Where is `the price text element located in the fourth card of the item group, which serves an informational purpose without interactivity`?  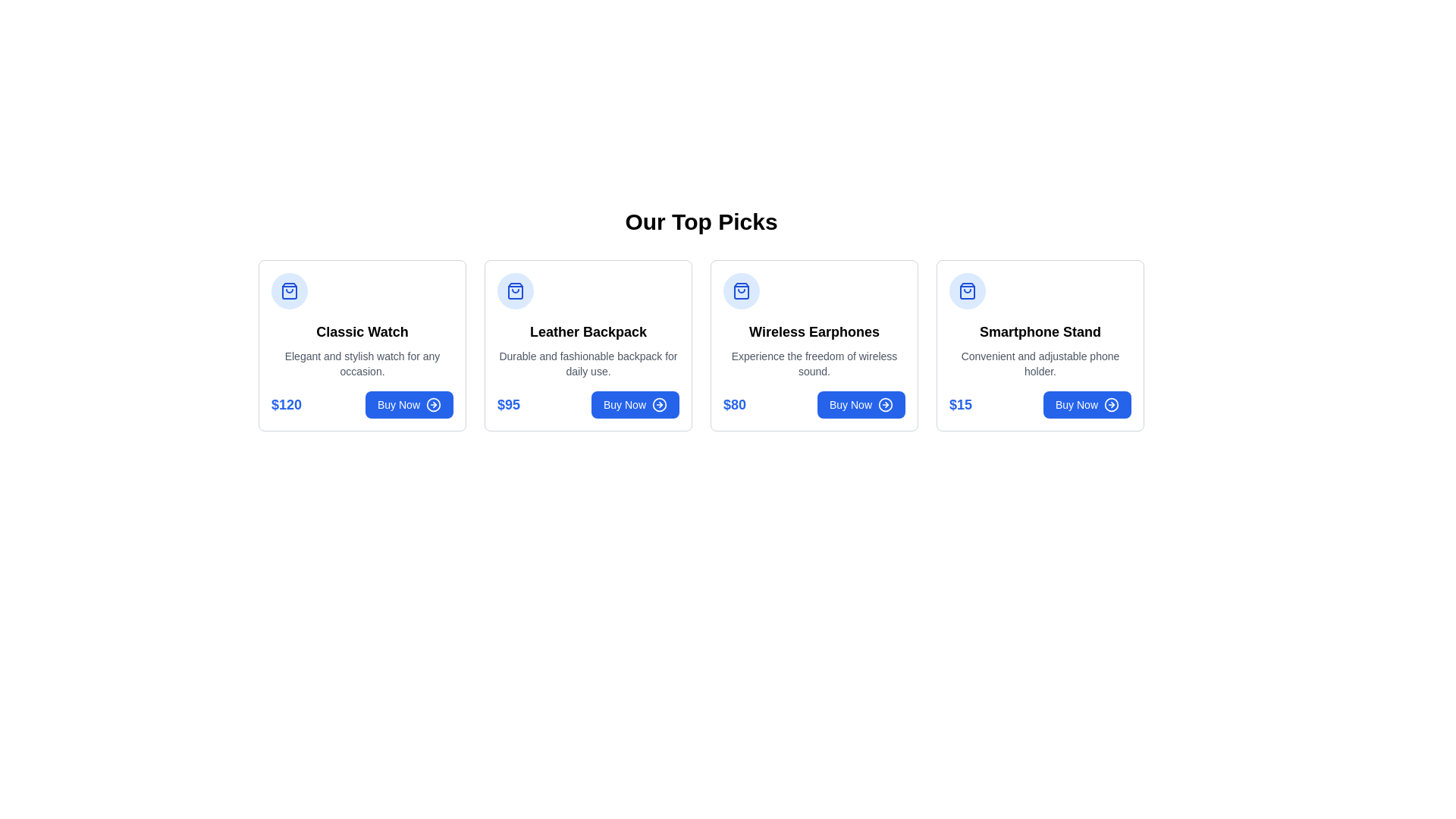 the price text element located in the fourth card of the item group, which serves an informational purpose without interactivity is located at coordinates (960, 403).